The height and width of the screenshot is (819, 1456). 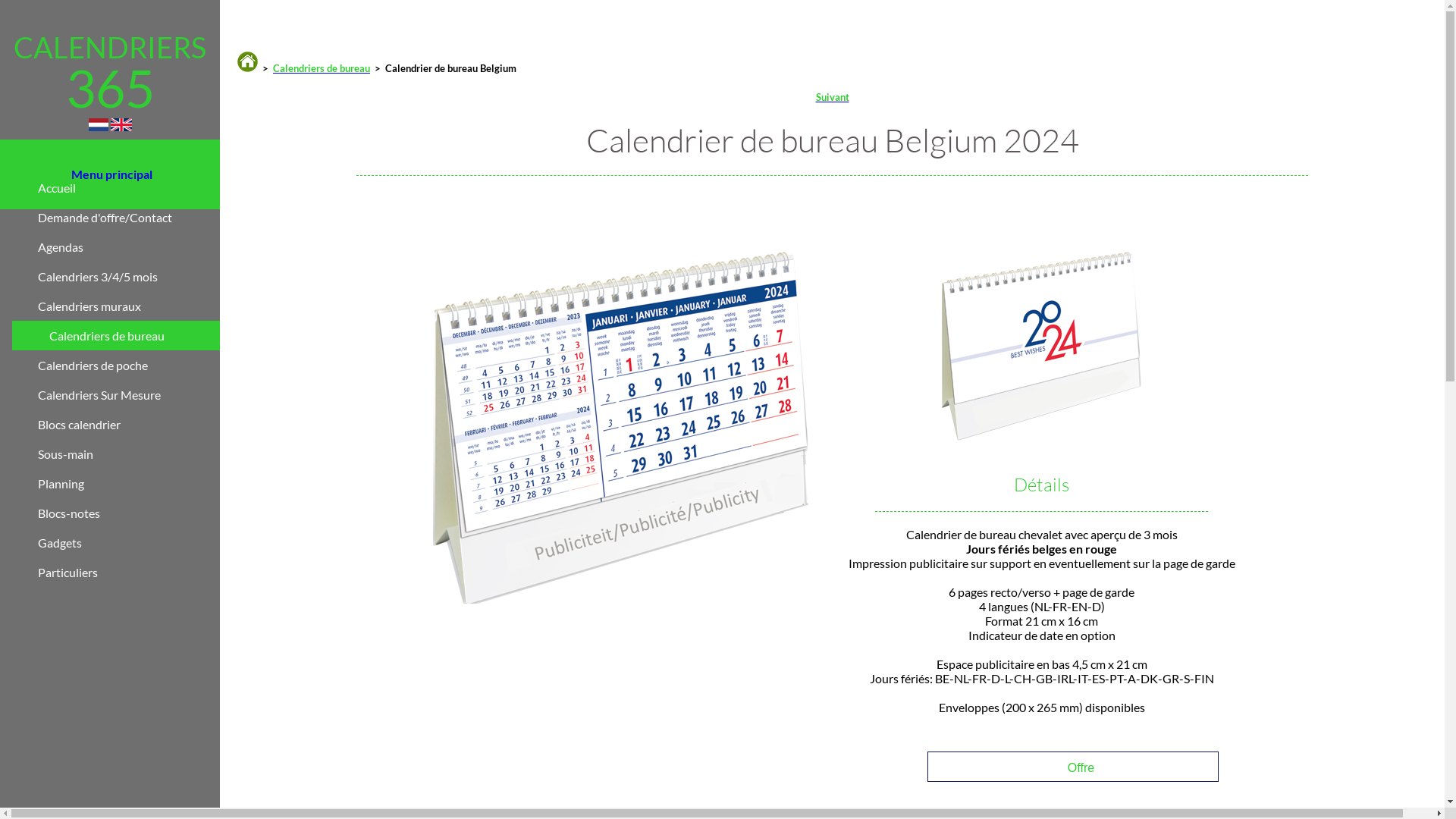 I want to click on 'Calendriers de bureau', so click(x=320, y=67).